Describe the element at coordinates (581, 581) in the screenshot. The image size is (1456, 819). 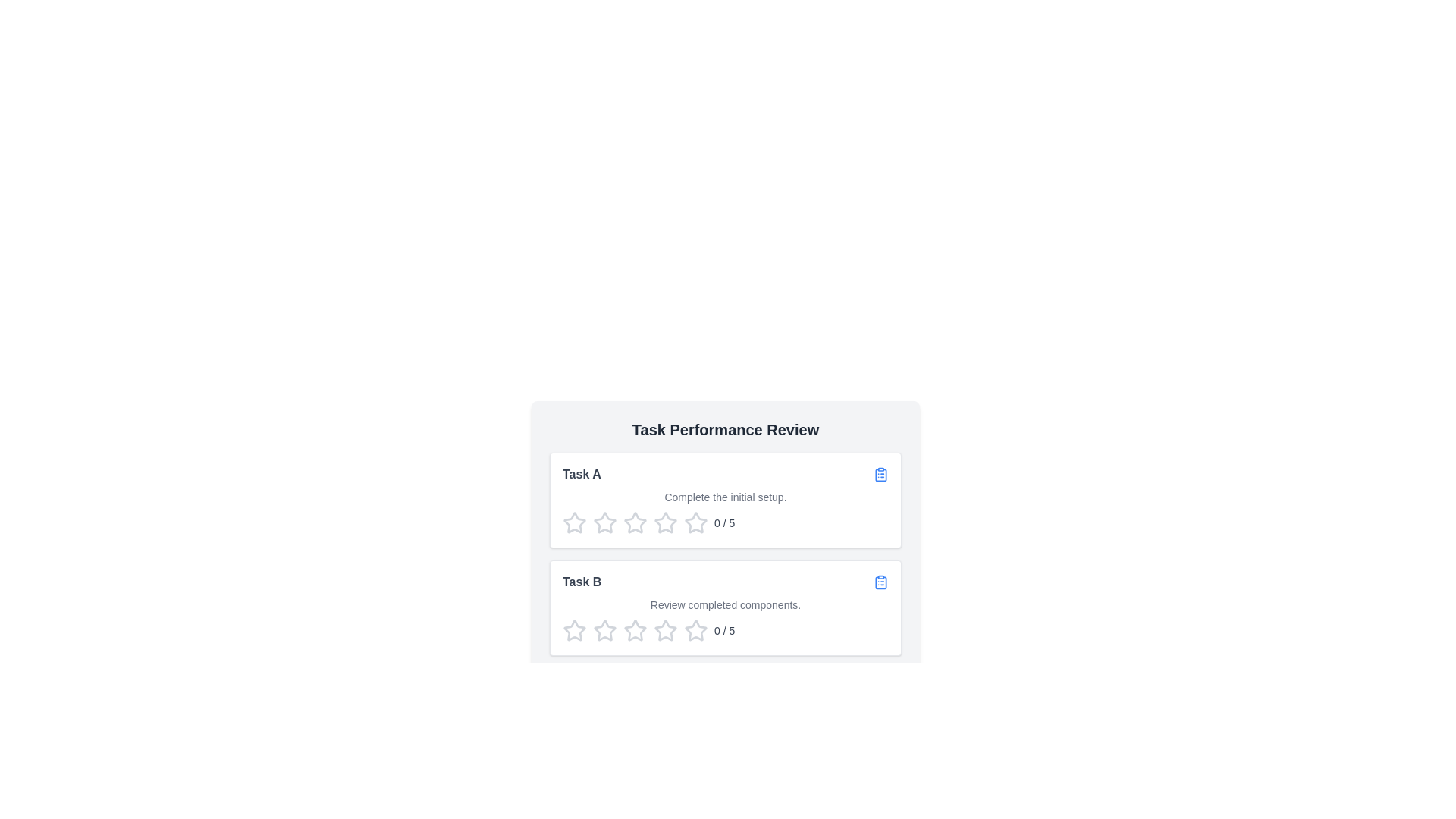
I see `the text label that serves as a title for the second task in the task performance review interface, located on the left side of its row` at that location.